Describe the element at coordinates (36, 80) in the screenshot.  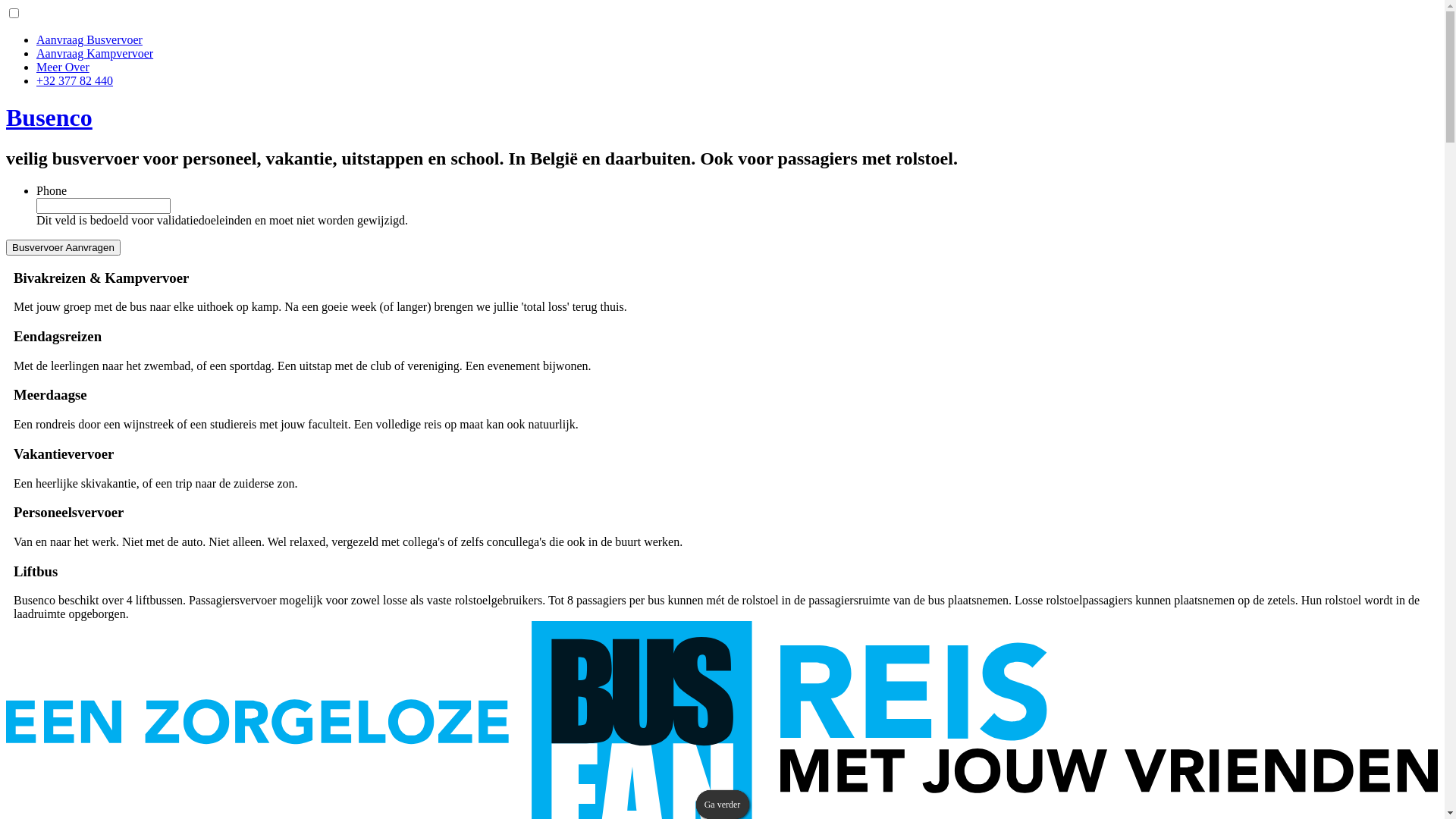
I see `'+32 377 82 440'` at that location.